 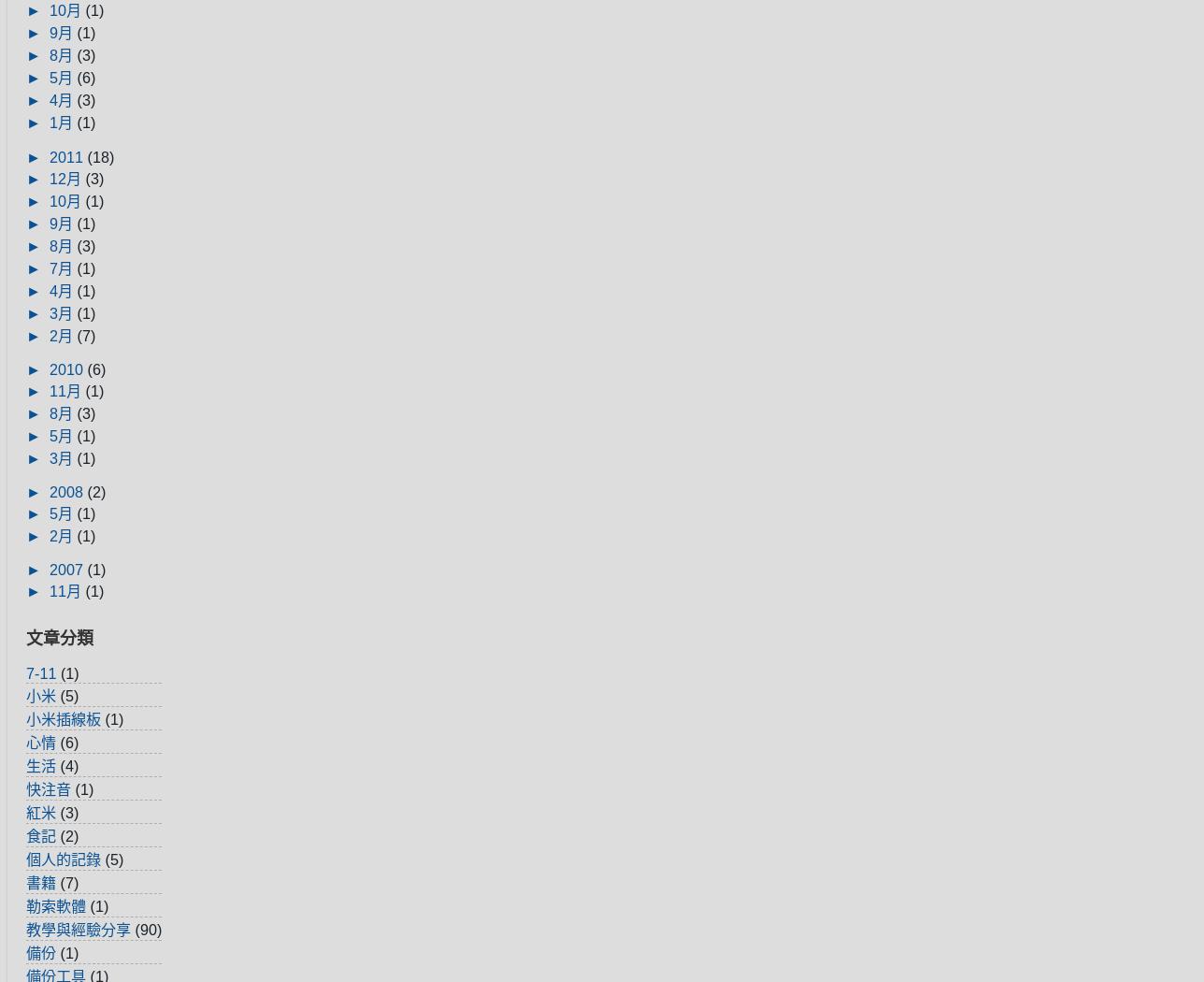 I want to click on '7-11', so click(x=25, y=672).